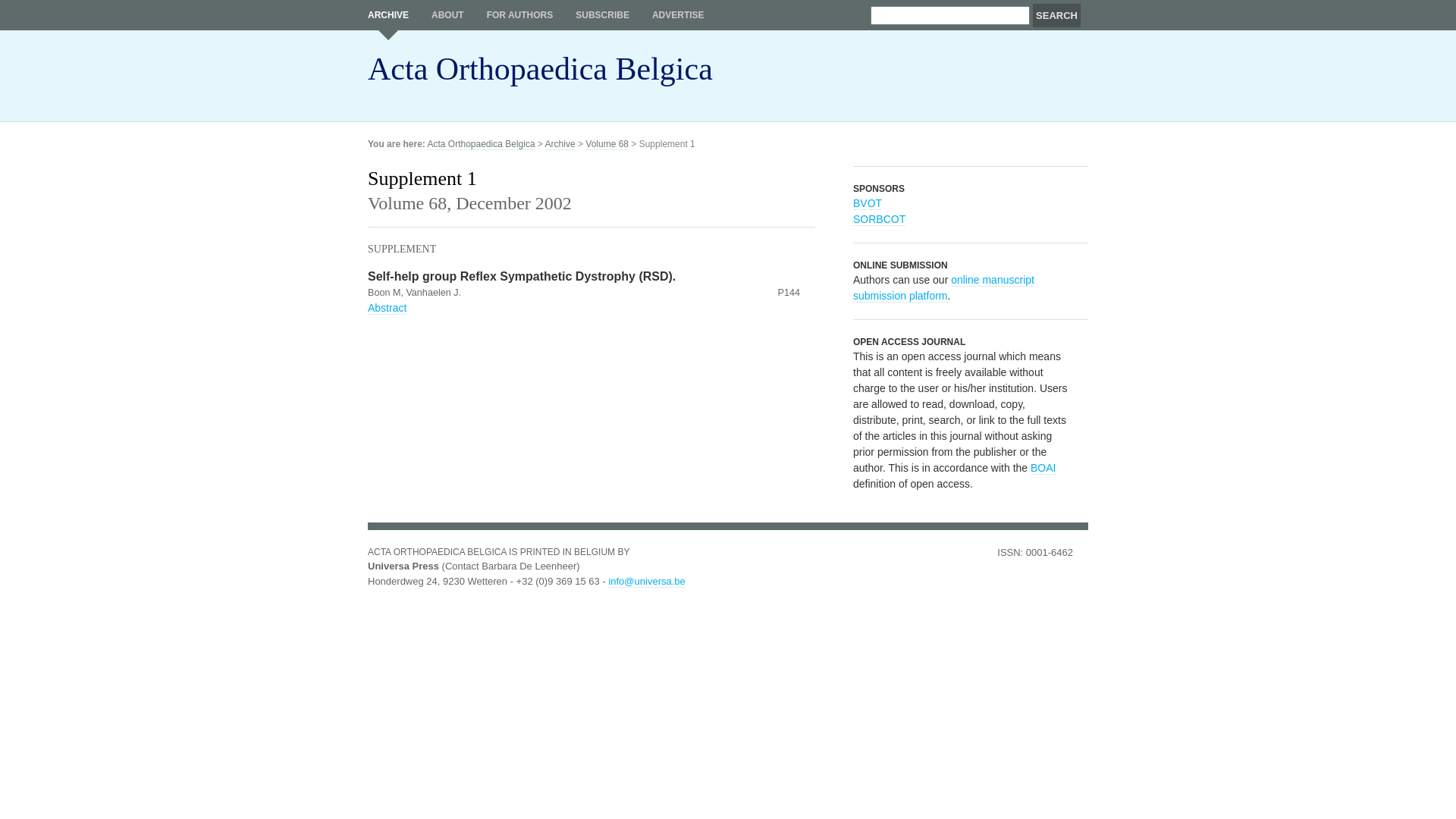 This screenshot has height=819, width=1456. Describe the element at coordinates (520, 14) in the screenshot. I see `'FOR AUTHORS'` at that location.